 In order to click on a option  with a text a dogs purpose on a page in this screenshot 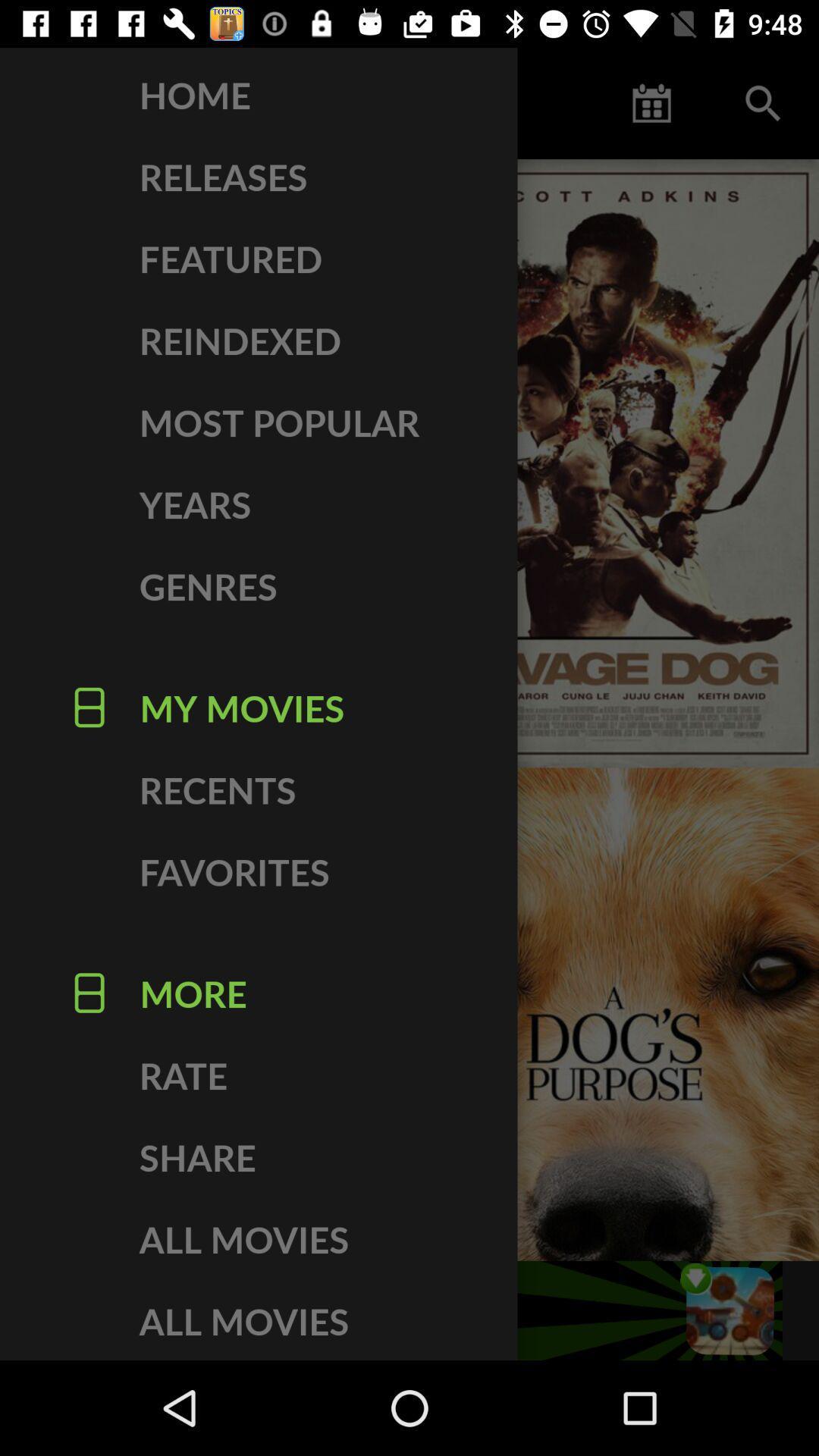, I will do `click(614, 1015)`.